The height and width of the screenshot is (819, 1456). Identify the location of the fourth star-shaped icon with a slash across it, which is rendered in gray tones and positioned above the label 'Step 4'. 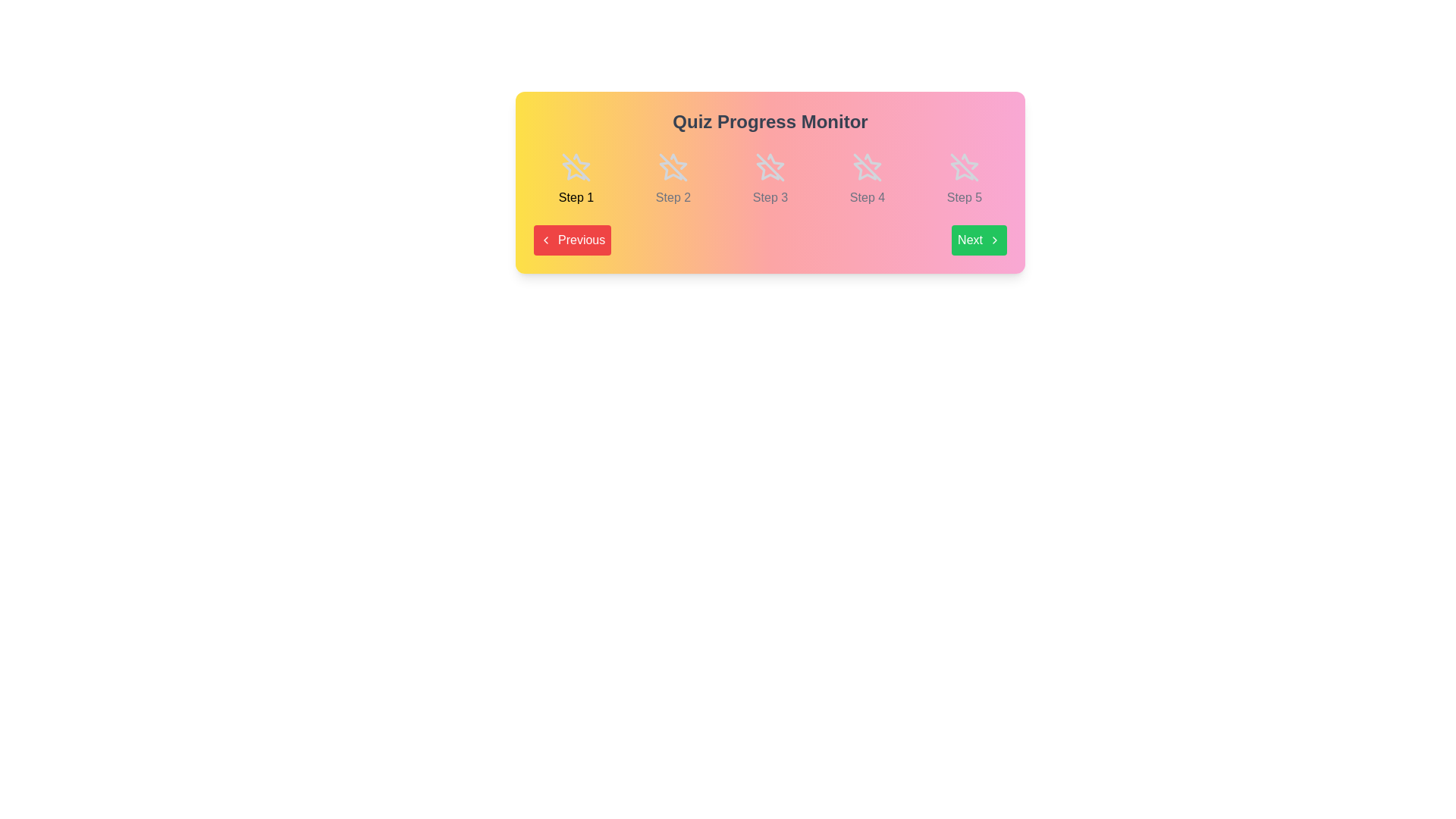
(867, 167).